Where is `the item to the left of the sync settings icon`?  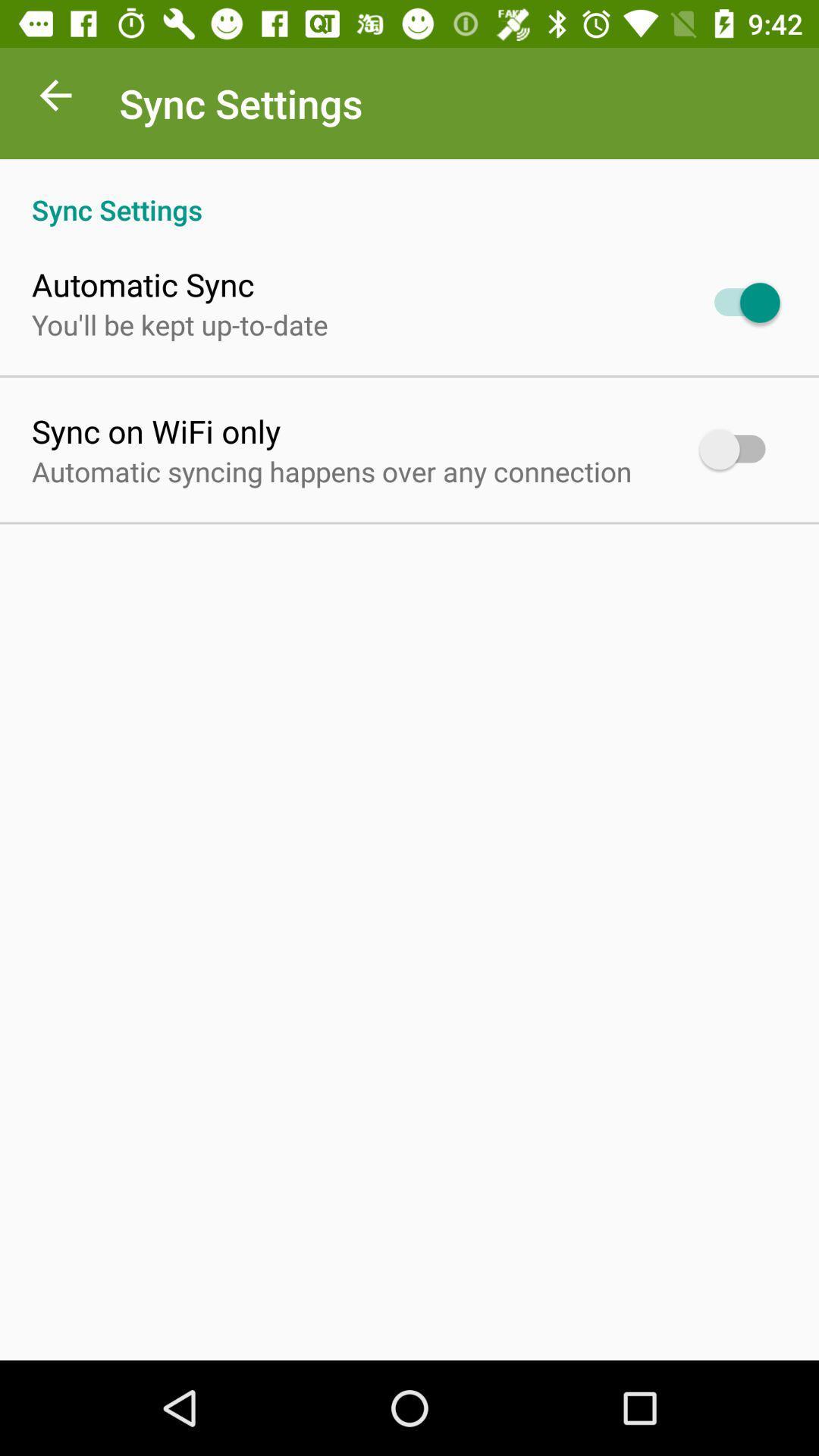 the item to the left of the sync settings icon is located at coordinates (55, 99).